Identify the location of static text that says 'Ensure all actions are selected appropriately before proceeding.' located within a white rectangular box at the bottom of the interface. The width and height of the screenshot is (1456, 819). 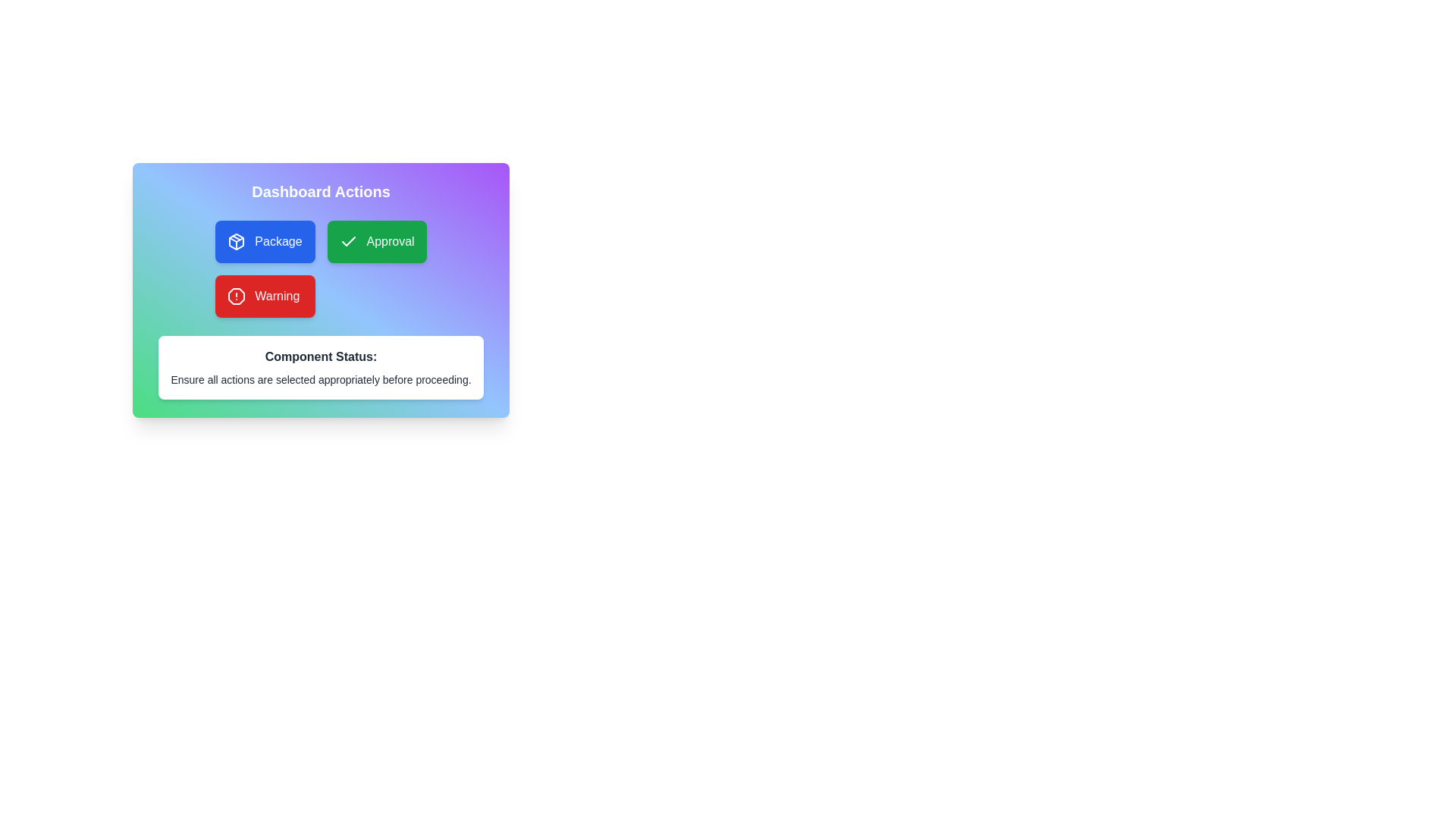
(320, 379).